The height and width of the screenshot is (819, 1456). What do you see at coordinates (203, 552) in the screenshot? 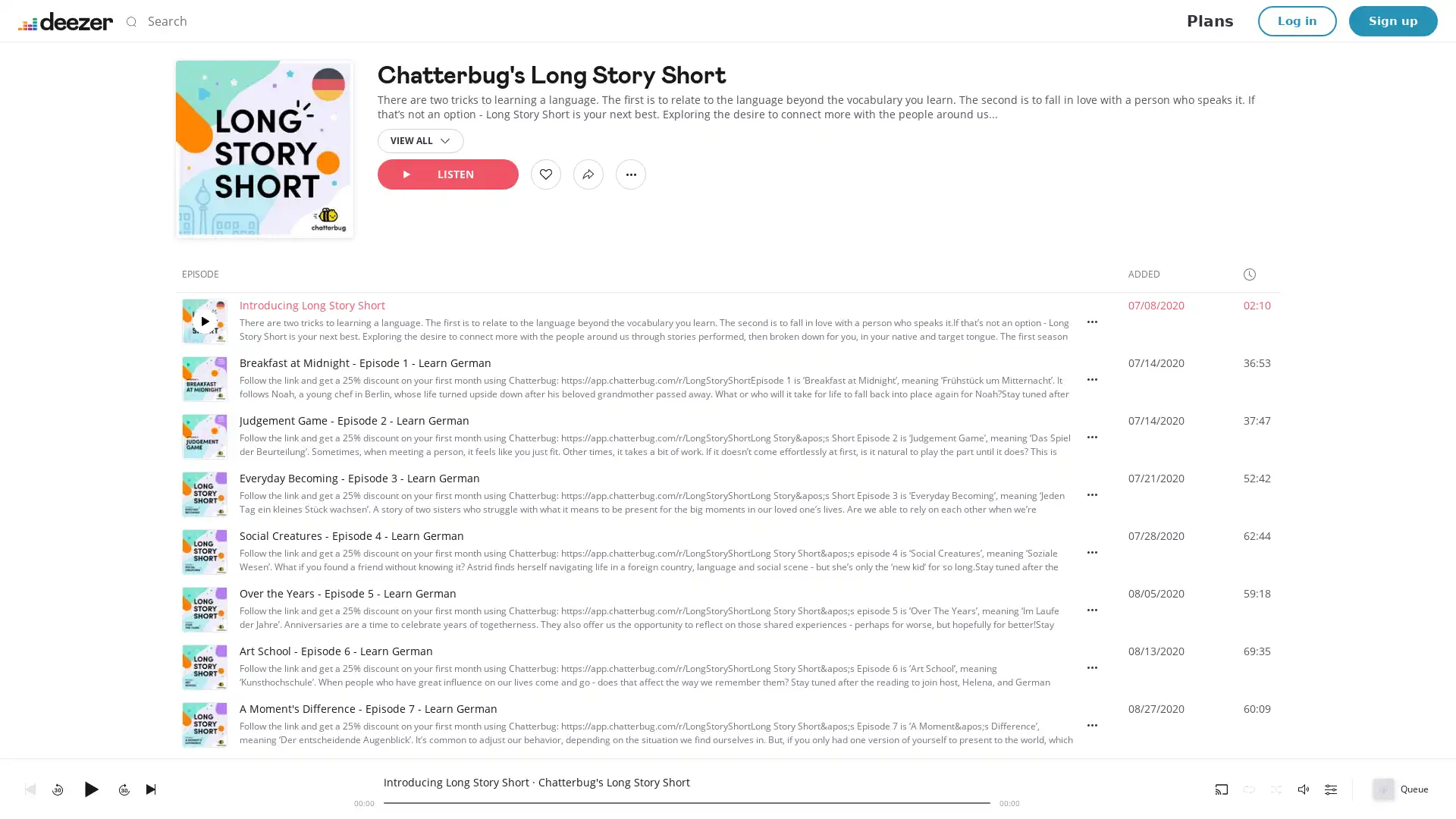
I see `Play Social Creatures - Episode 4 - Learn German by Chatterbug's Long Story Short` at bounding box center [203, 552].